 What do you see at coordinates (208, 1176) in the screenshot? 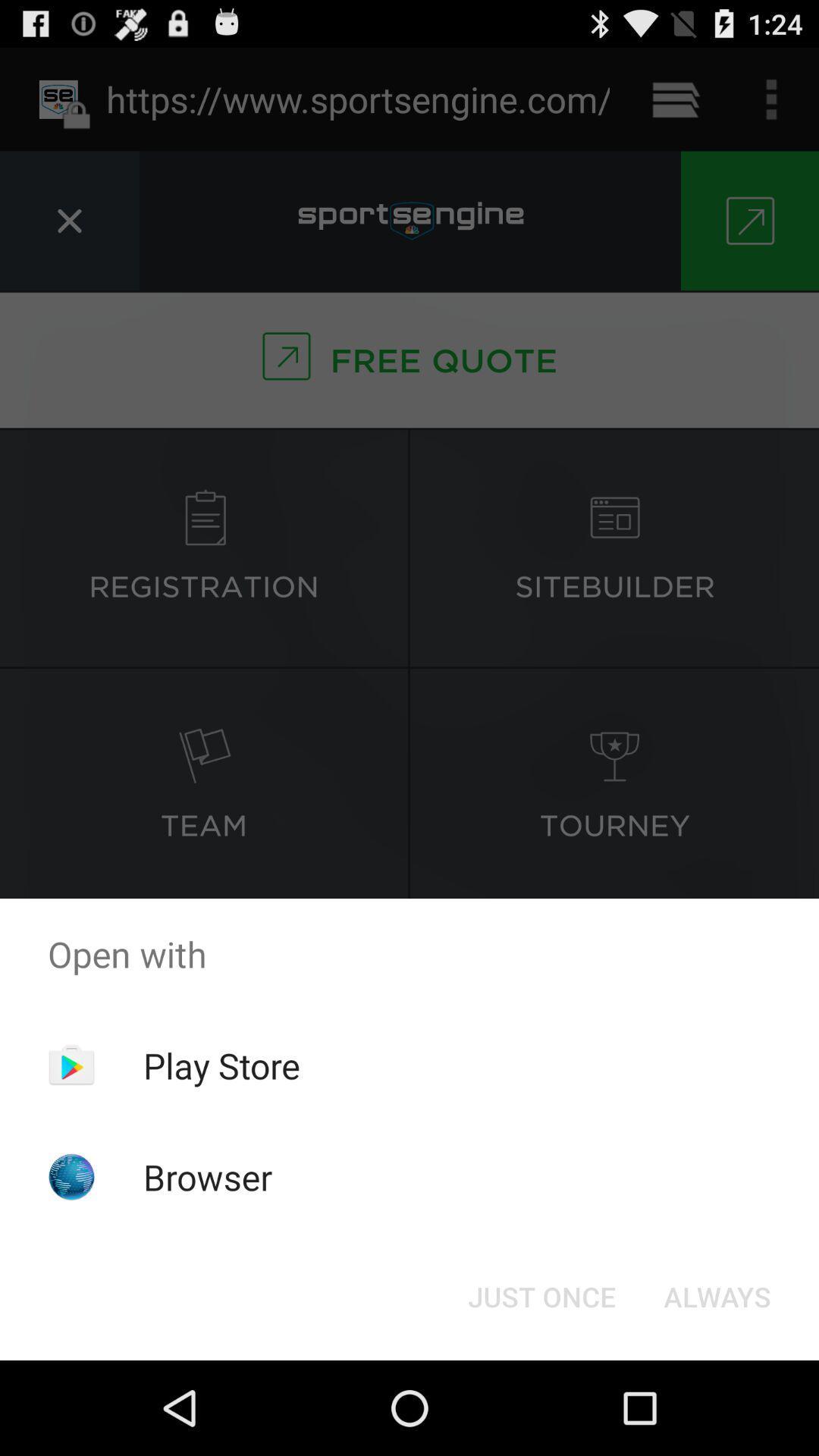
I see `the browser item` at bounding box center [208, 1176].